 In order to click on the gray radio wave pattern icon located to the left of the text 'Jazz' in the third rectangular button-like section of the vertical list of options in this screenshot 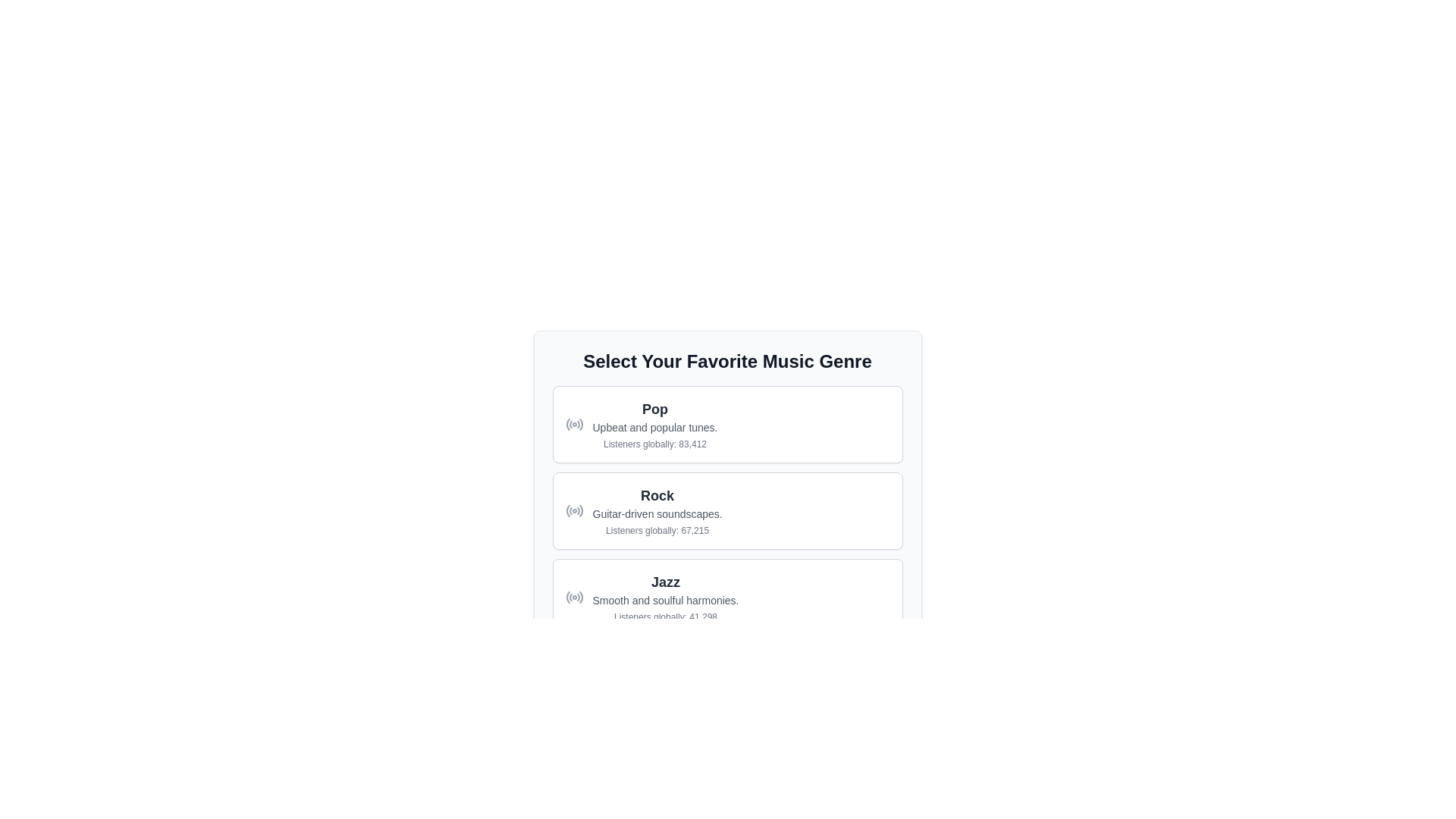, I will do `click(573, 596)`.